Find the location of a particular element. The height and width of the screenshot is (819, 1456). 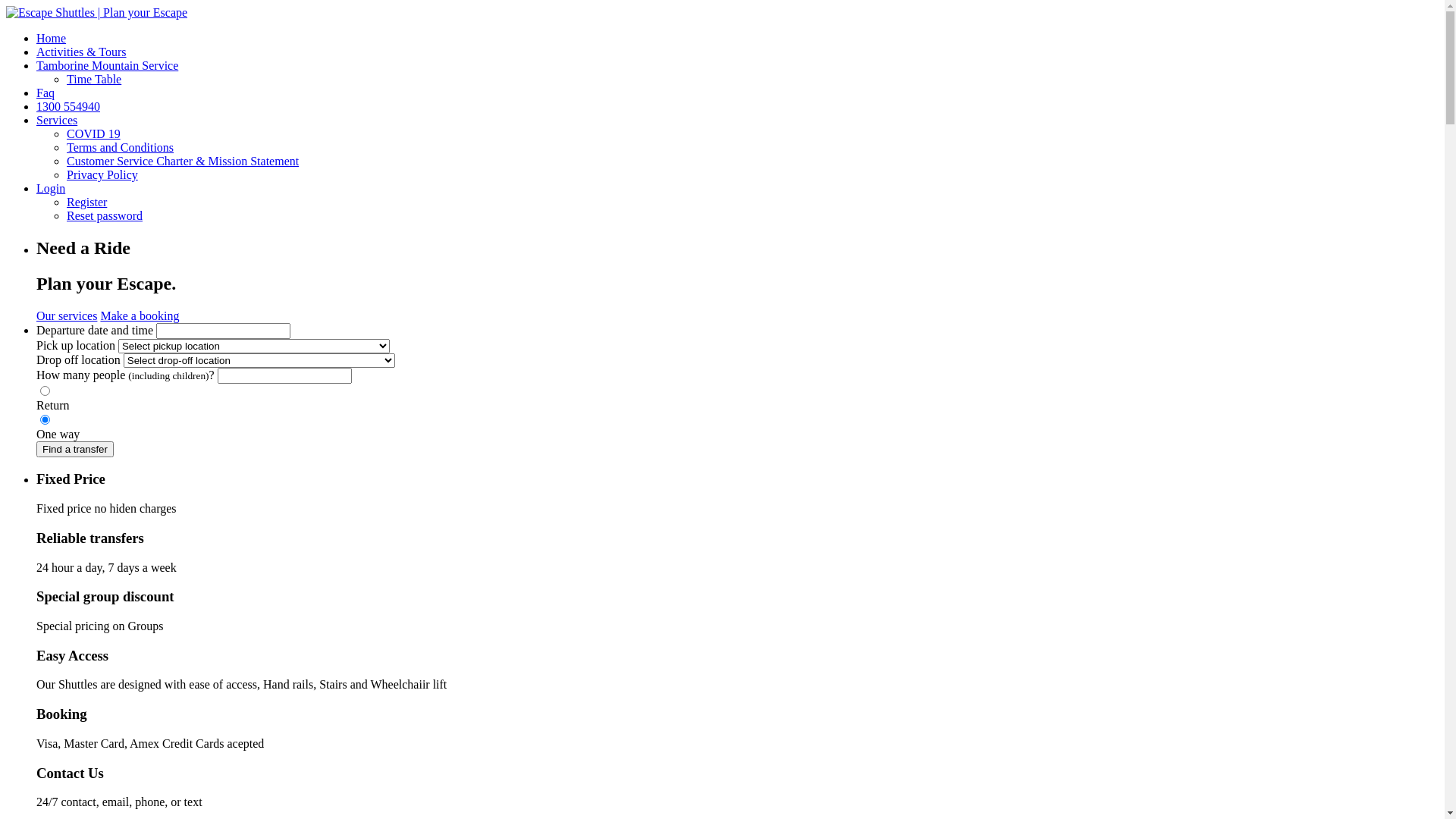

'Our services' is located at coordinates (36, 315).